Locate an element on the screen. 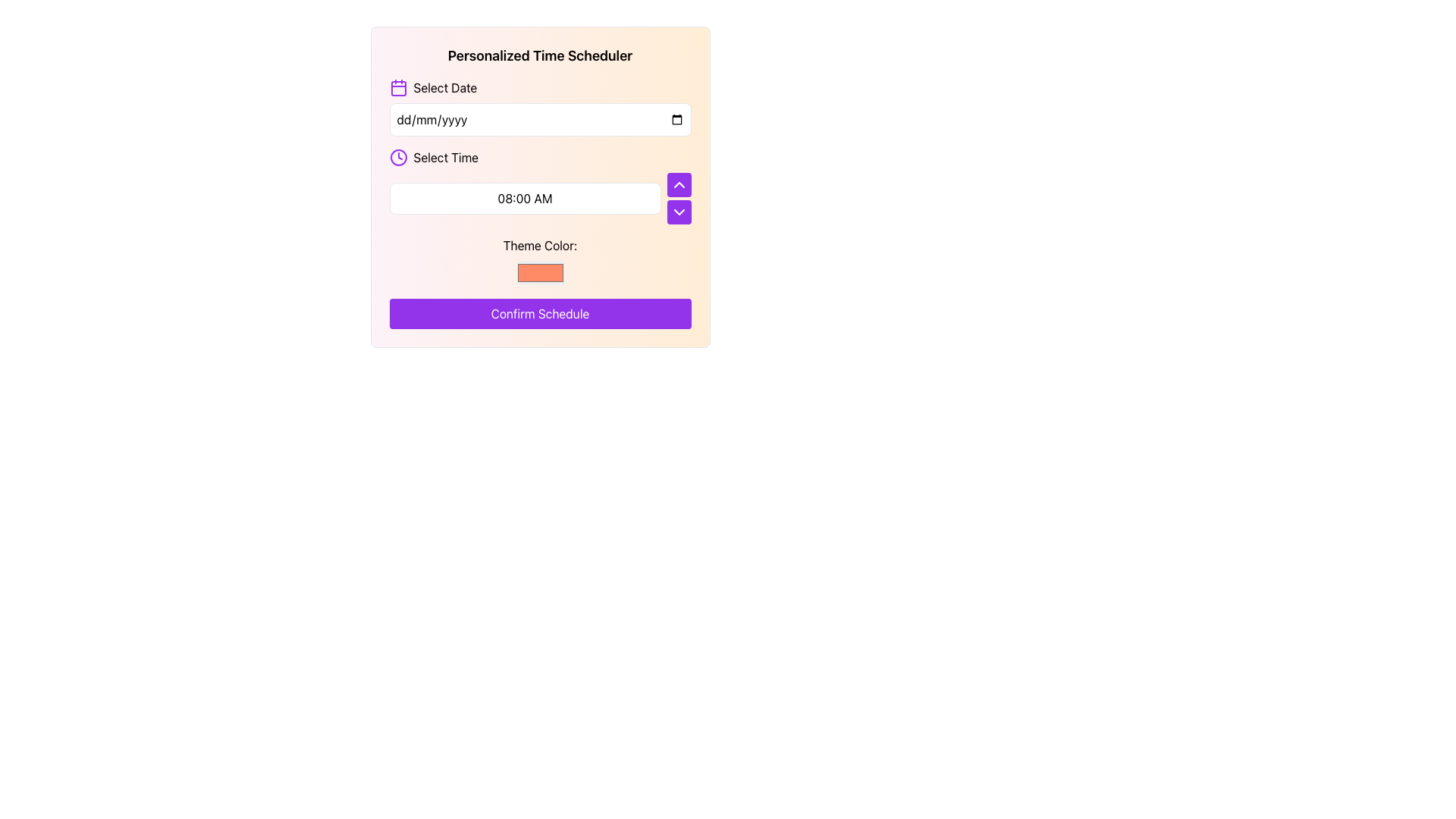 The width and height of the screenshot is (1456, 819). the circular part of the clock icon, which is located to the left of the 'Select Time' text and visually represents the concept of time is located at coordinates (398, 158).